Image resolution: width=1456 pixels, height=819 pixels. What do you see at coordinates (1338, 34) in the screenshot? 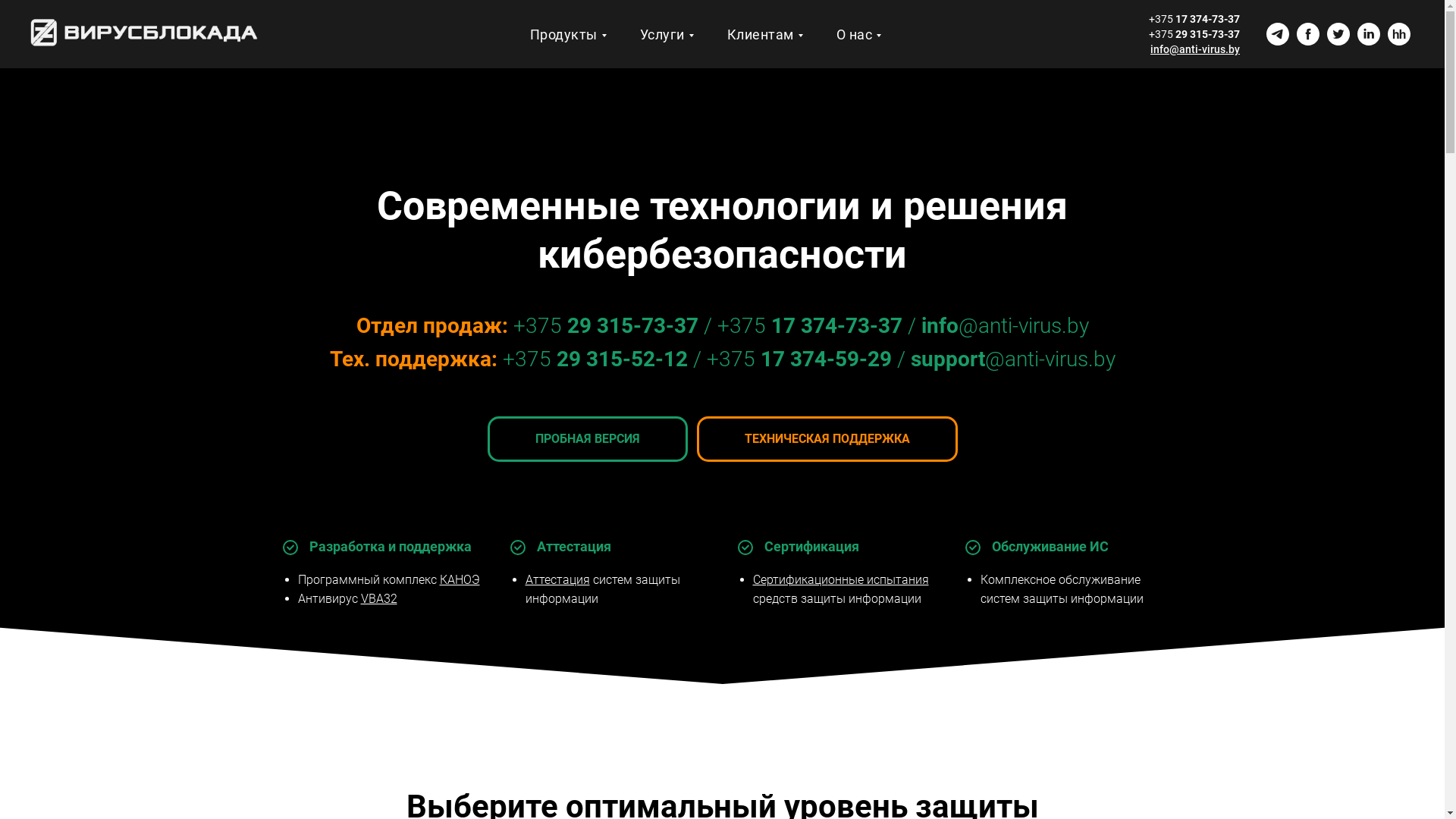
I see `'Twitter'` at bounding box center [1338, 34].